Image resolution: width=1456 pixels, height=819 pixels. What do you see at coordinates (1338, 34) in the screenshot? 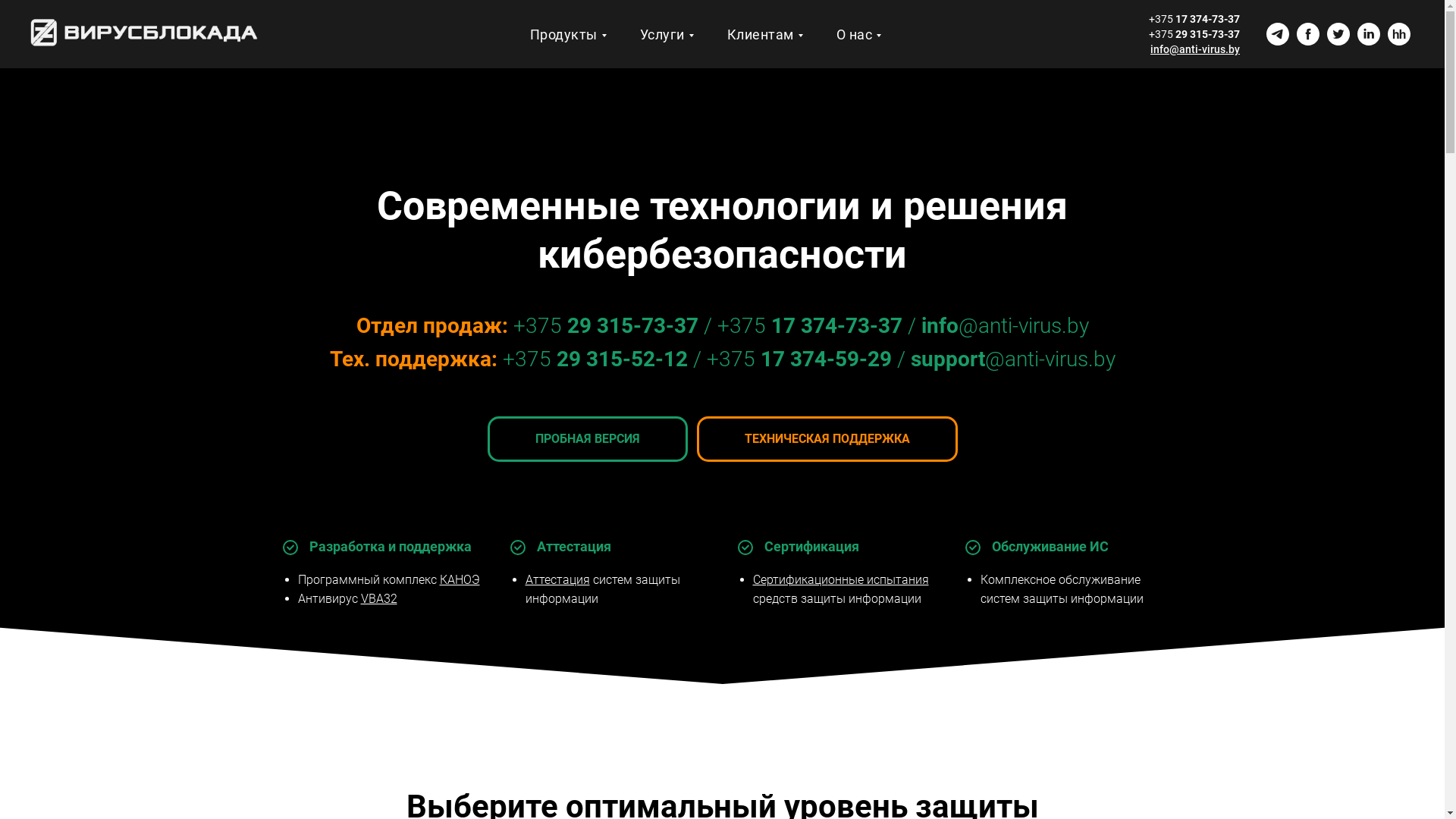
I see `'Twitter'` at bounding box center [1338, 34].